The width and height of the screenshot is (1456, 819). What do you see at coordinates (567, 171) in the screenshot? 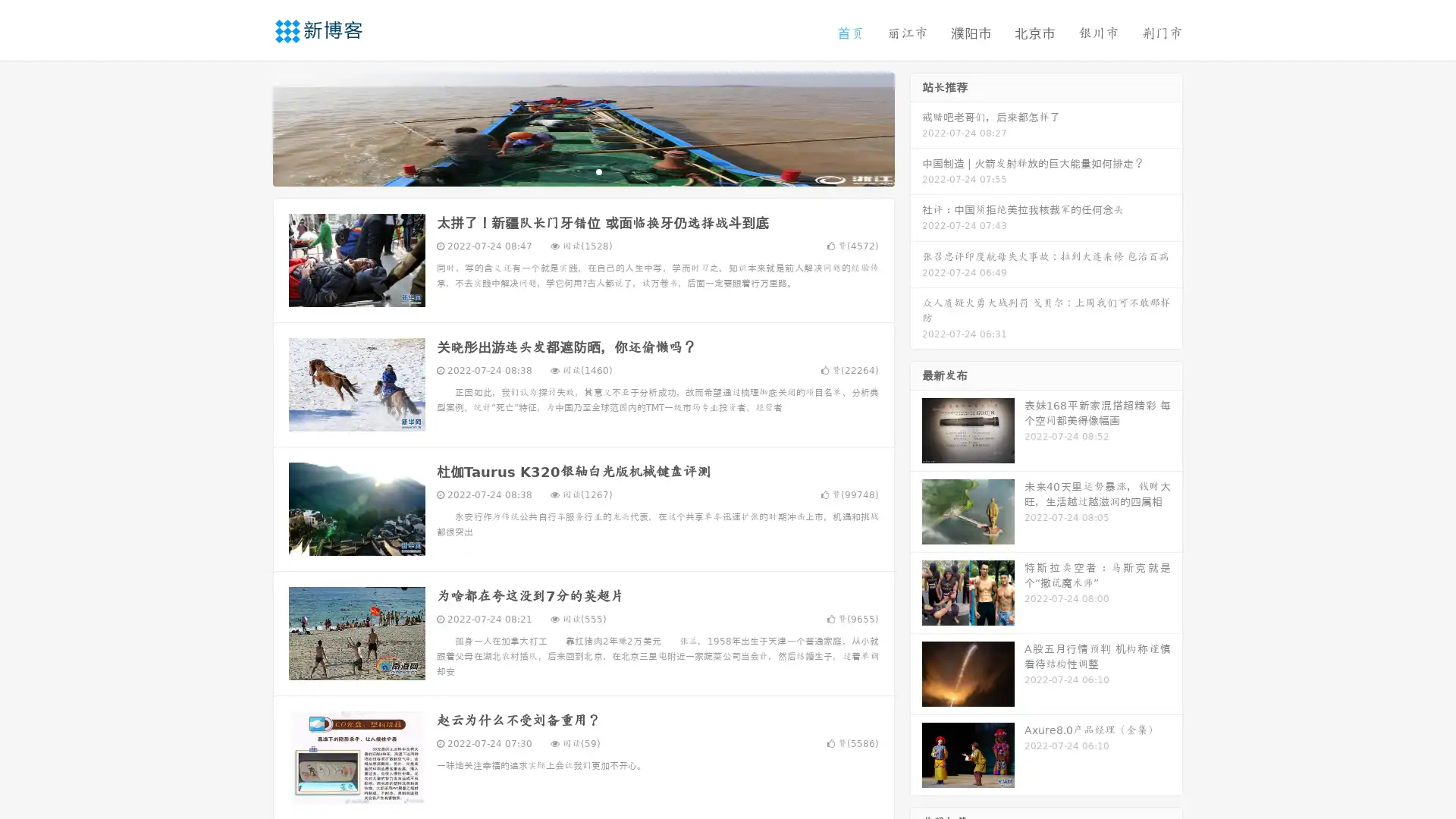
I see `Go to slide 1` at bounding box center [567, 171].